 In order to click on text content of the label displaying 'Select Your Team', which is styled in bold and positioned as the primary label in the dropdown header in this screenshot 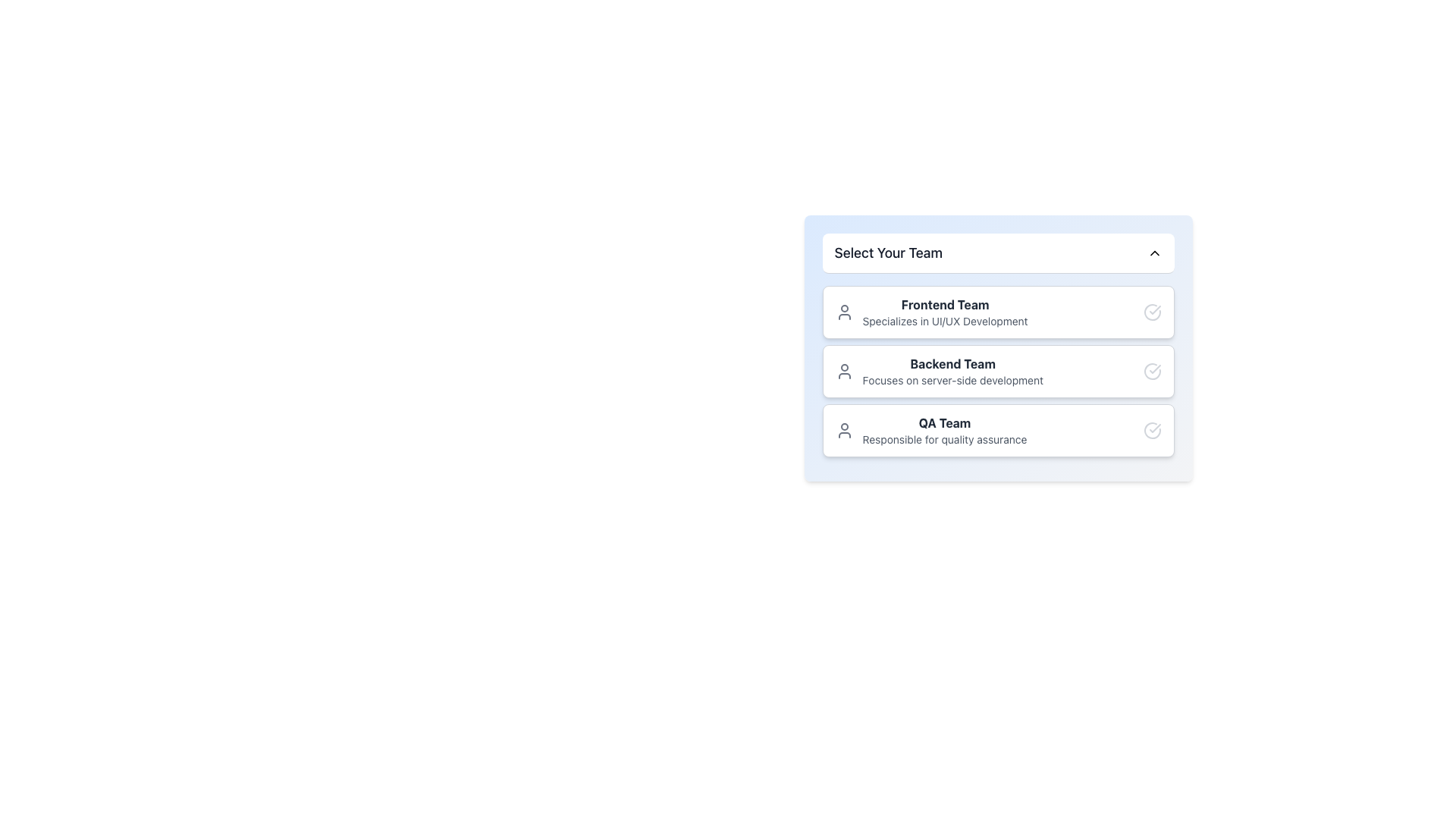, I will do `click(888, 253)`.